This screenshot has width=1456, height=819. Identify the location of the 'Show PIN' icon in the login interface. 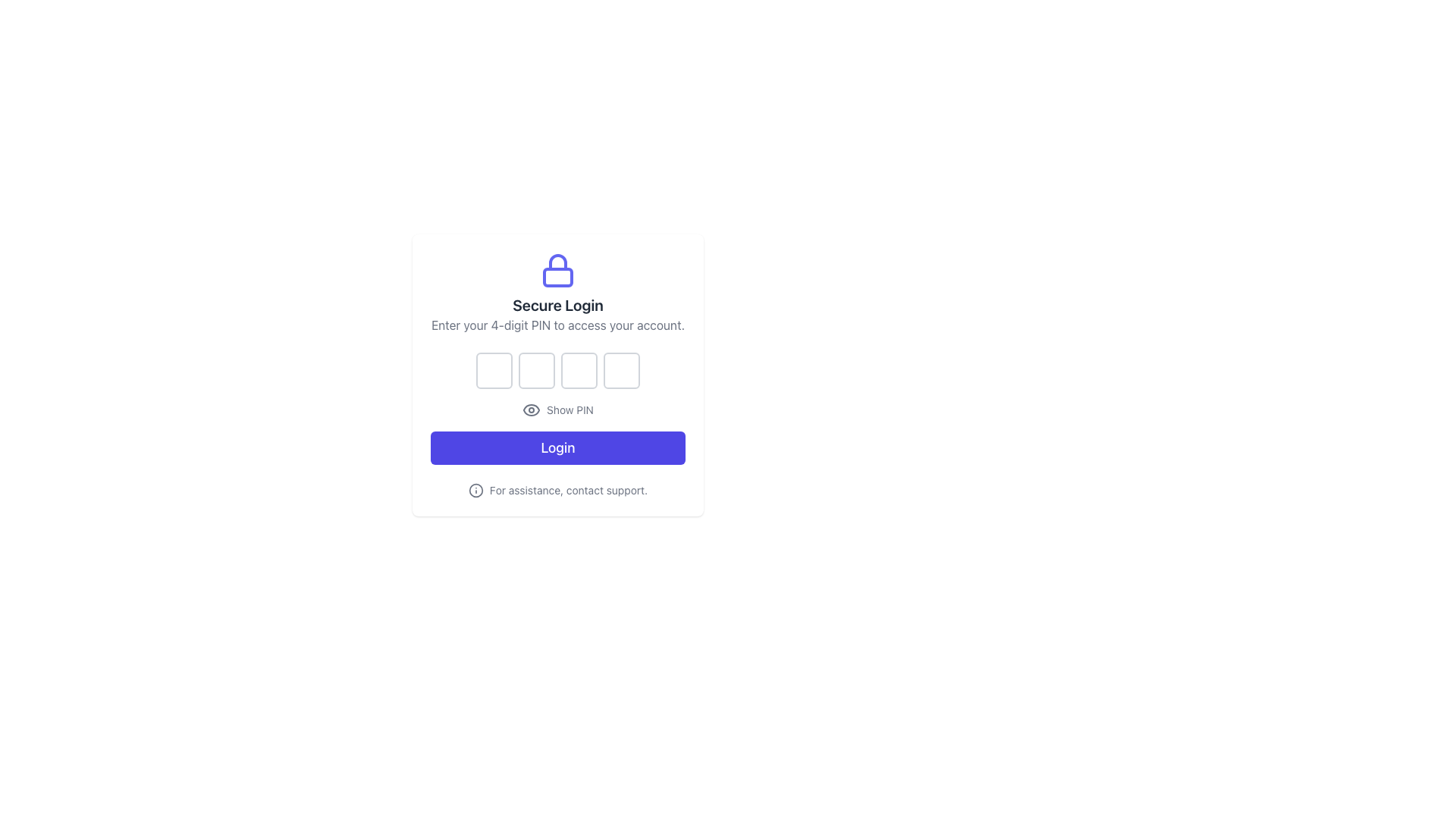
(557, 375).